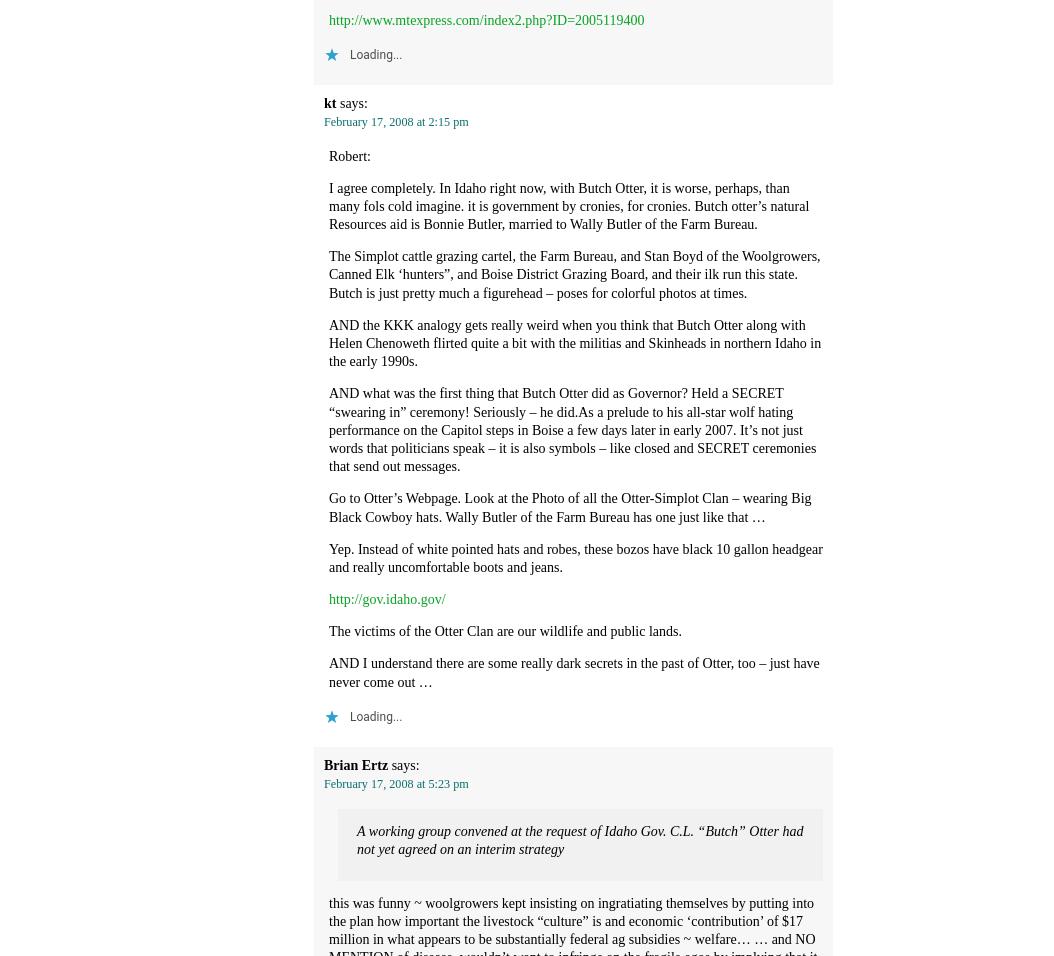  Describe the element at coordinates (504, 631) in the screenshot. I see `'The victims of the Otter Clan are our wildlife and public lands.'` at that location.